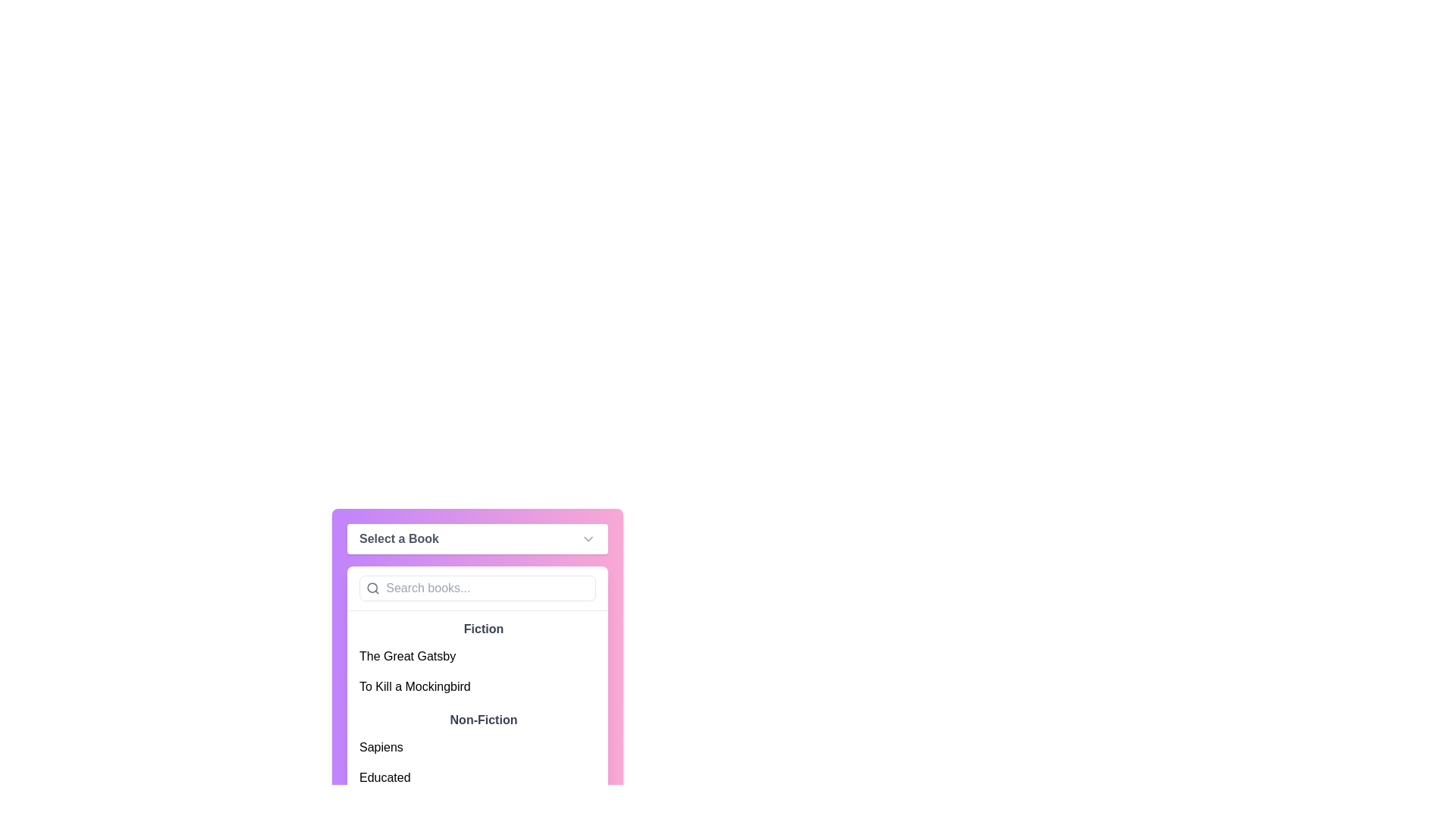  Describe the element at coordinates (407, 656) in the screenshot. I see `the option for 'The Great Gatsby' in the dropdown menu under the 'Fiction' heading` at that location.